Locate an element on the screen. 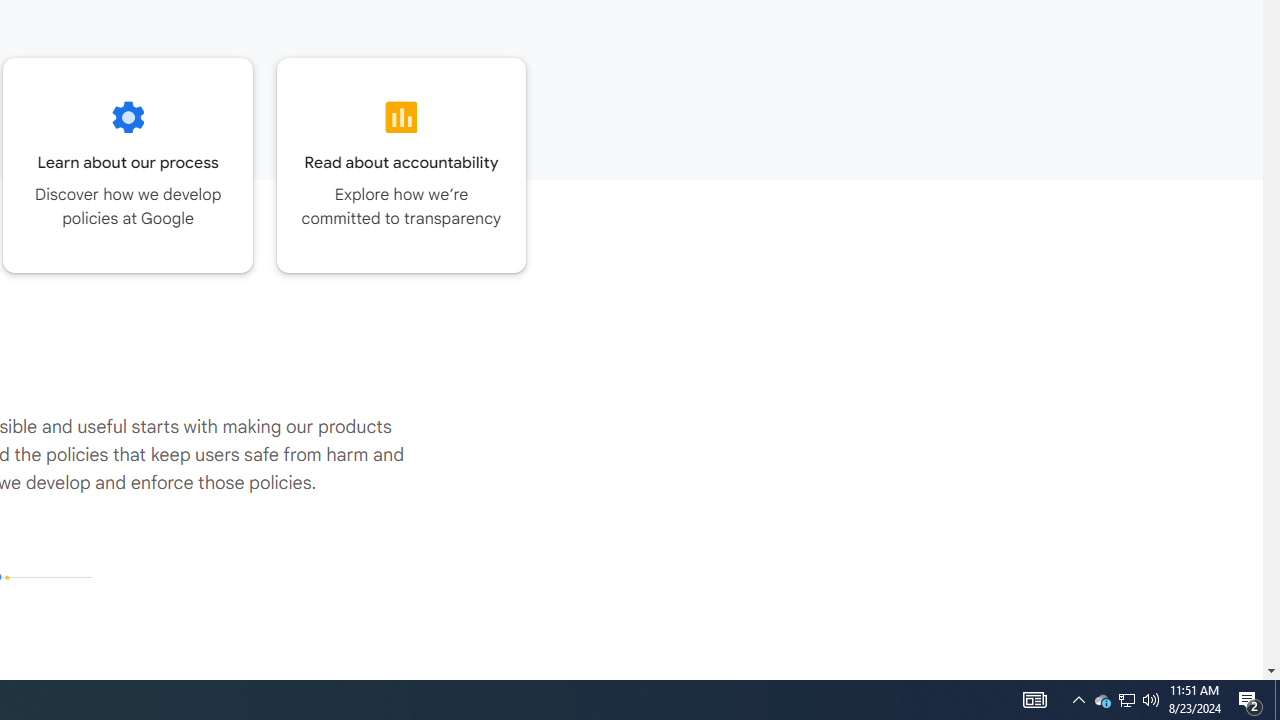  'Go to the Our process page' is located at coordinates (127, 164).